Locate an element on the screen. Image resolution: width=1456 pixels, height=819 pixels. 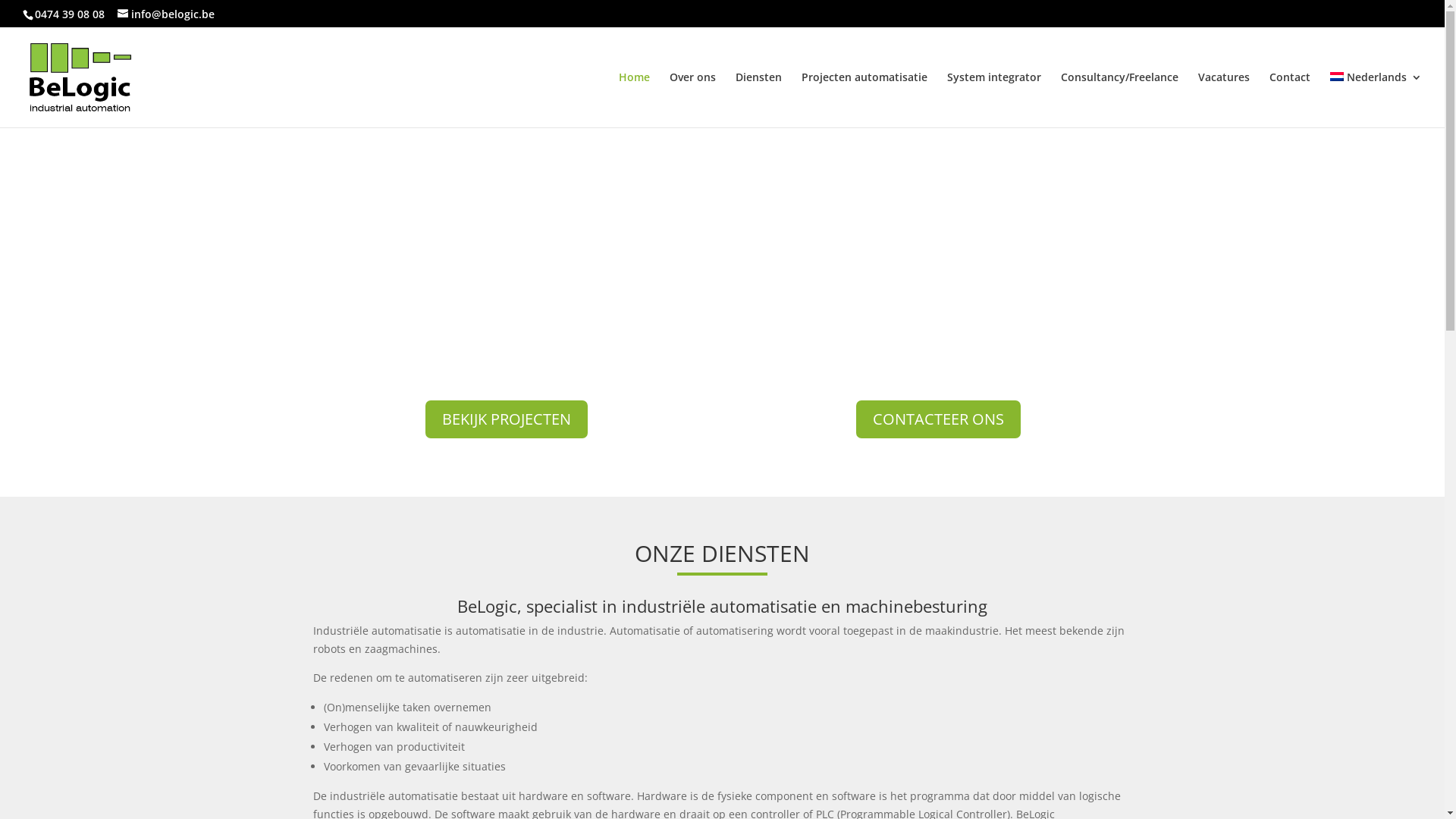
'System integrator' is located at coordinates (993, 99).